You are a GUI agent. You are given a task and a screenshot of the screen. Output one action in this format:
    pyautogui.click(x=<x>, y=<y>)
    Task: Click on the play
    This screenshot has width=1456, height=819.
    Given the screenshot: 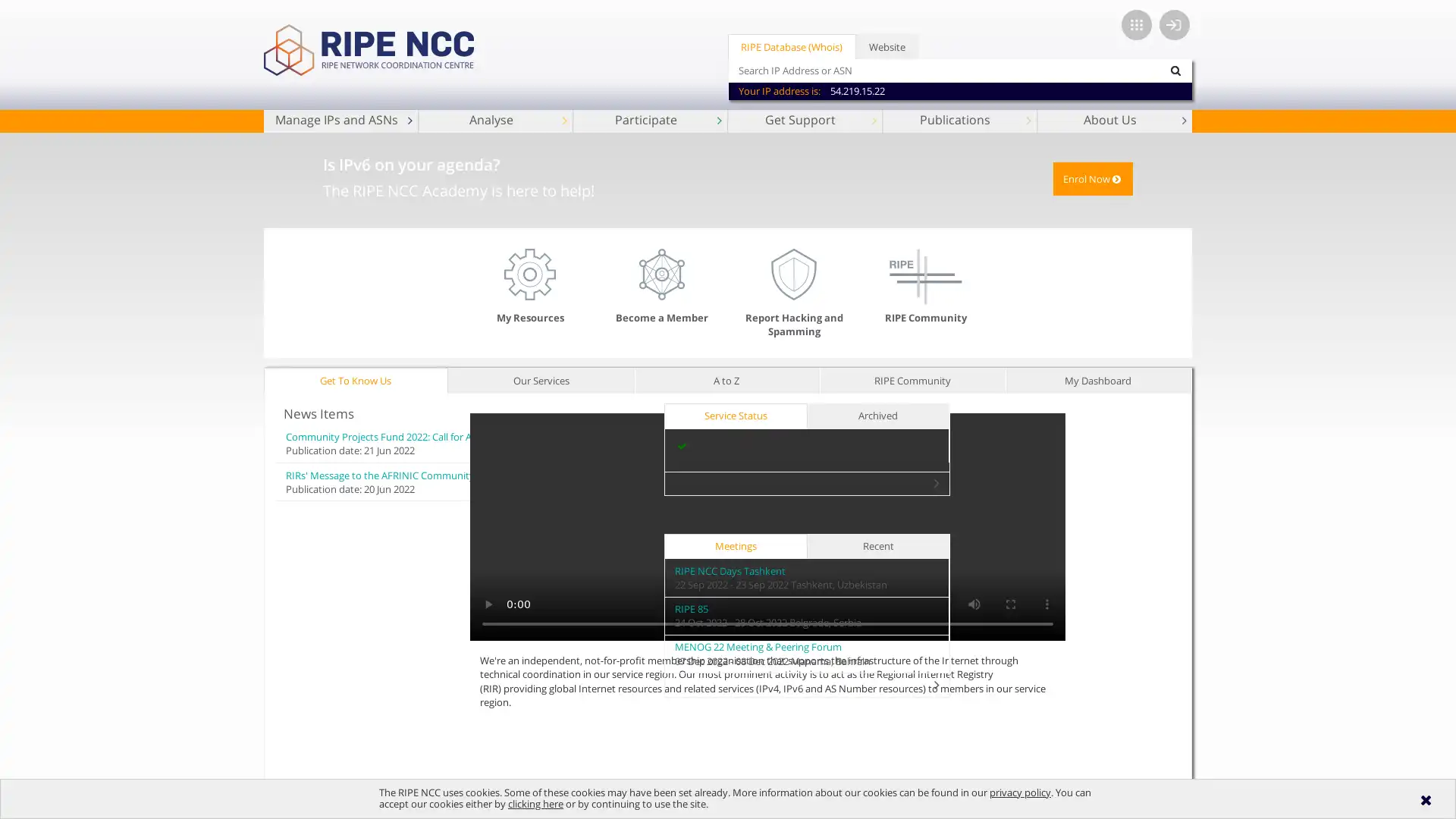 What is the action you would take?
    pyautogui.click(x=602, y=602)
    